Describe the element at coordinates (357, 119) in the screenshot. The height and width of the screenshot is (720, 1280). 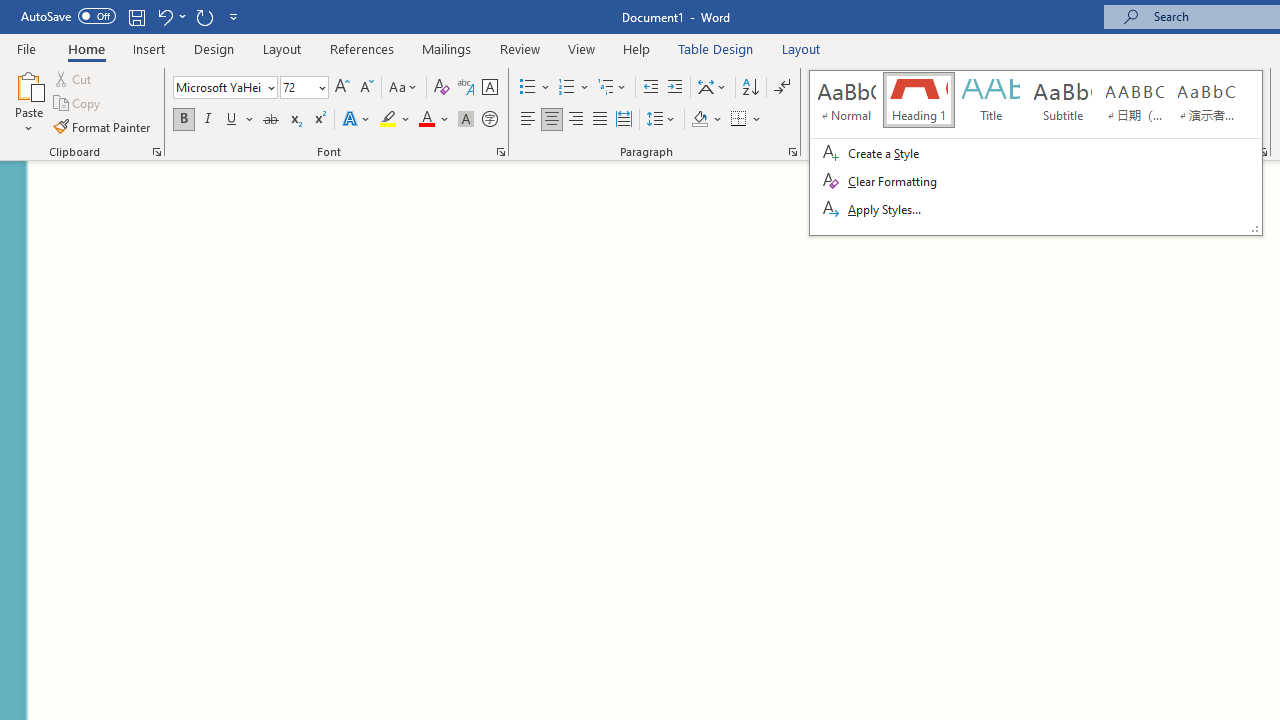
I see `'Text Effects and Typography'` at that location.